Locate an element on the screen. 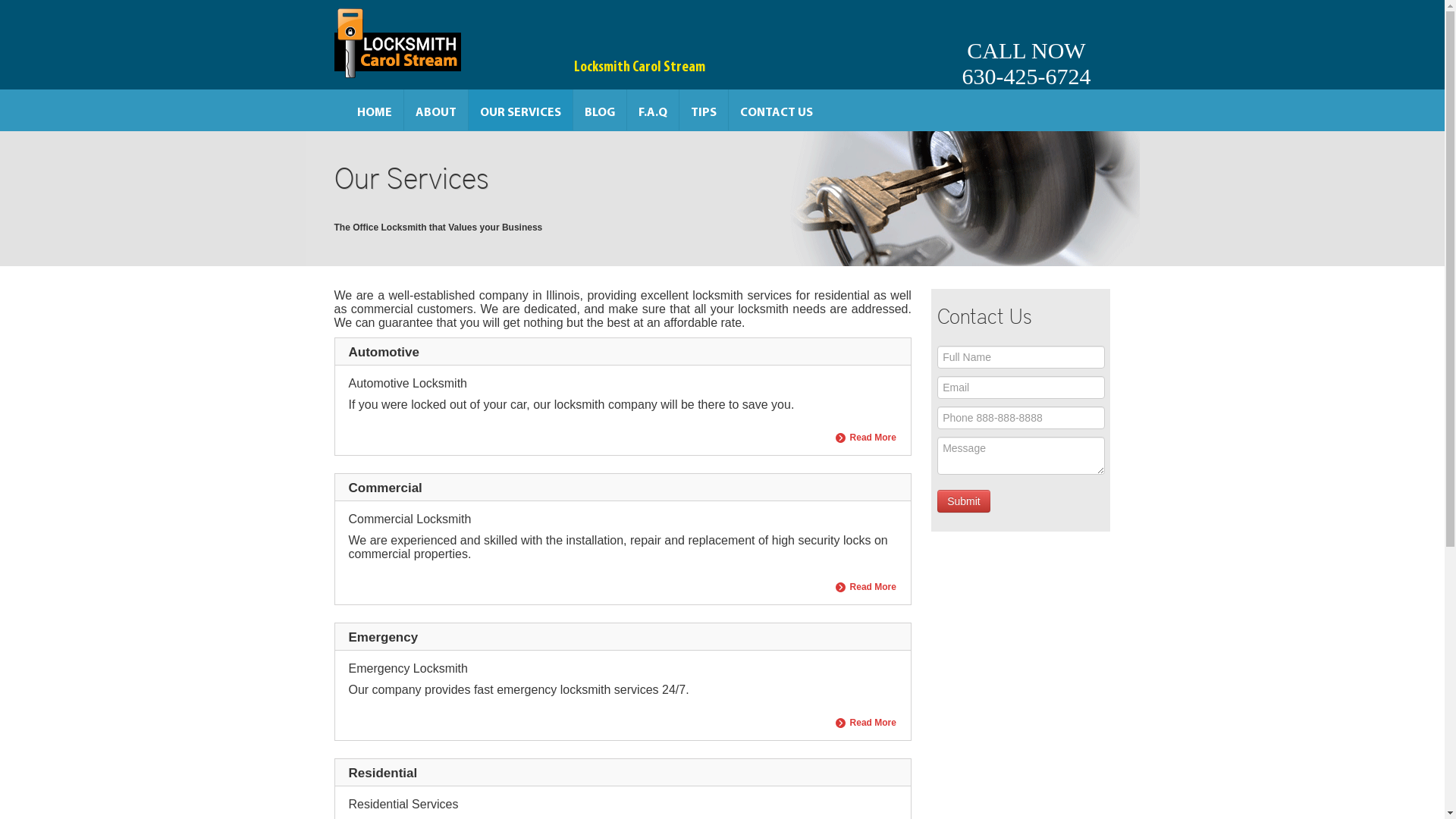 This screenshot has width=1456, height=819. 'Read More' is located at coordinates (835, 722).